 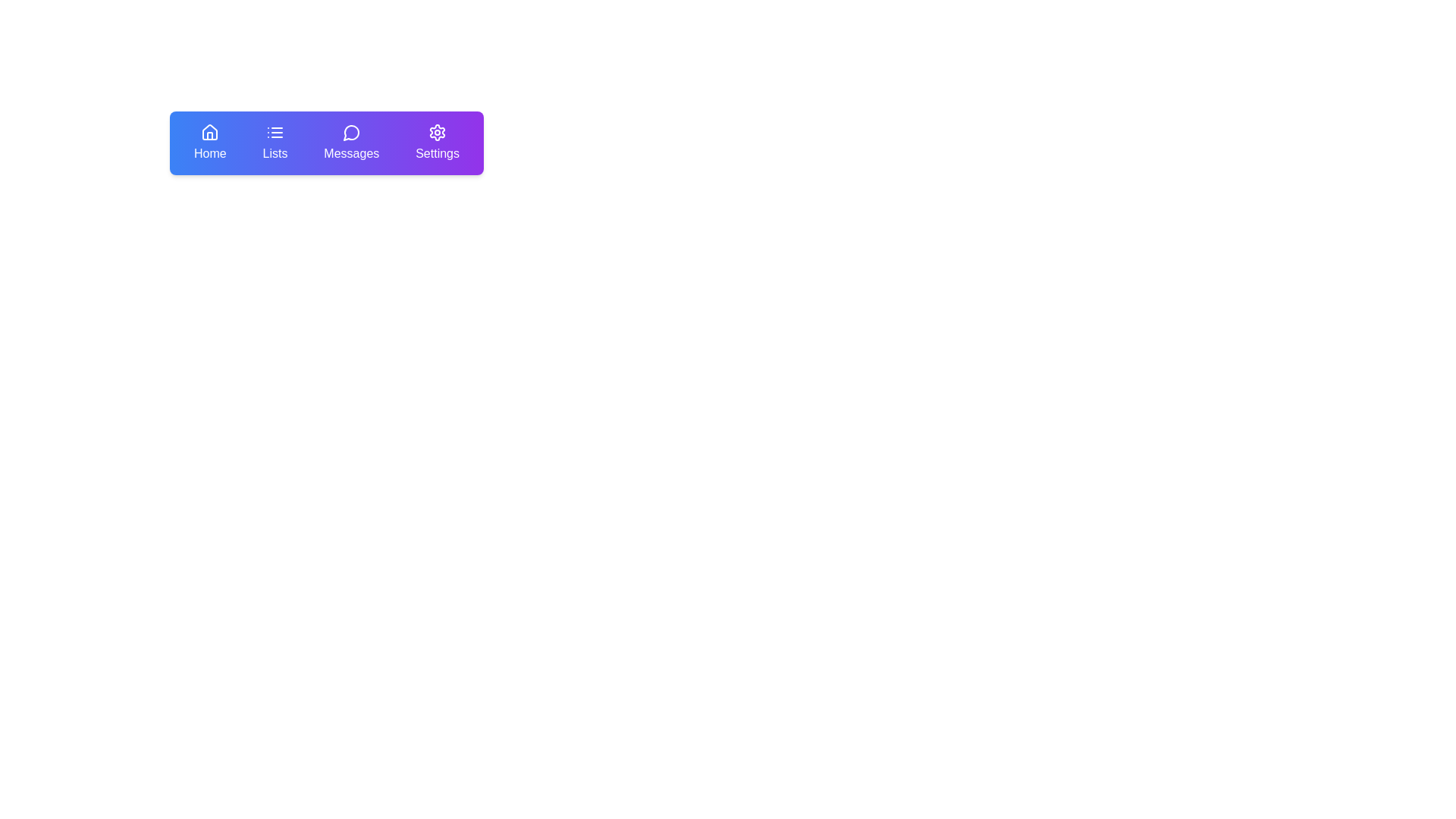 What do you see at coordinates (350, 132) in the screenshot?
I see `the circular message bubble icon located in the third position of the horizontal navigation bar, between the 'Lists' icon and the 'Settings' icon` at bounding box center [350, 132].